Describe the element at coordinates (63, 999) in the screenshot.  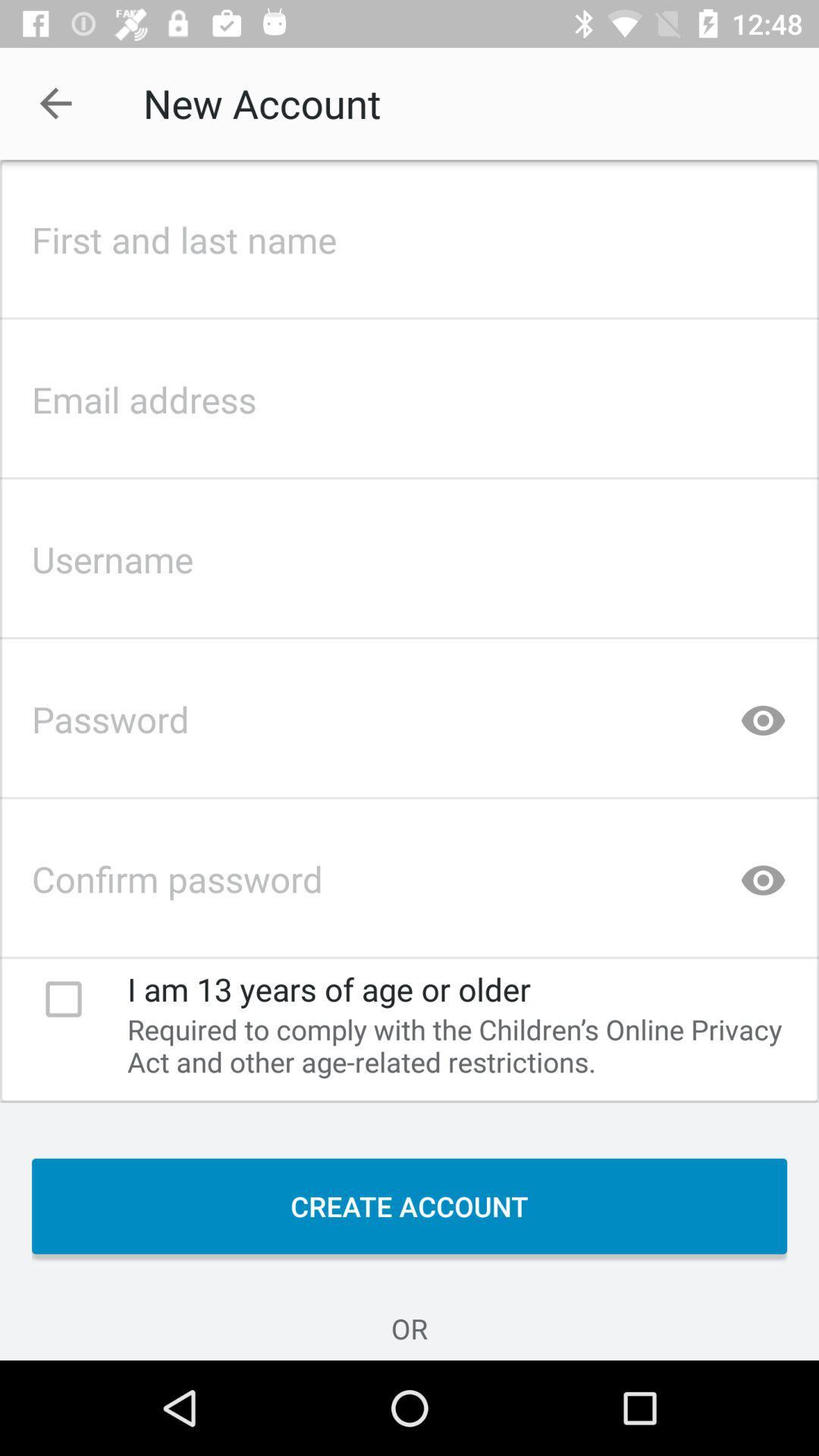
I see `age consent checkbox` at that location.